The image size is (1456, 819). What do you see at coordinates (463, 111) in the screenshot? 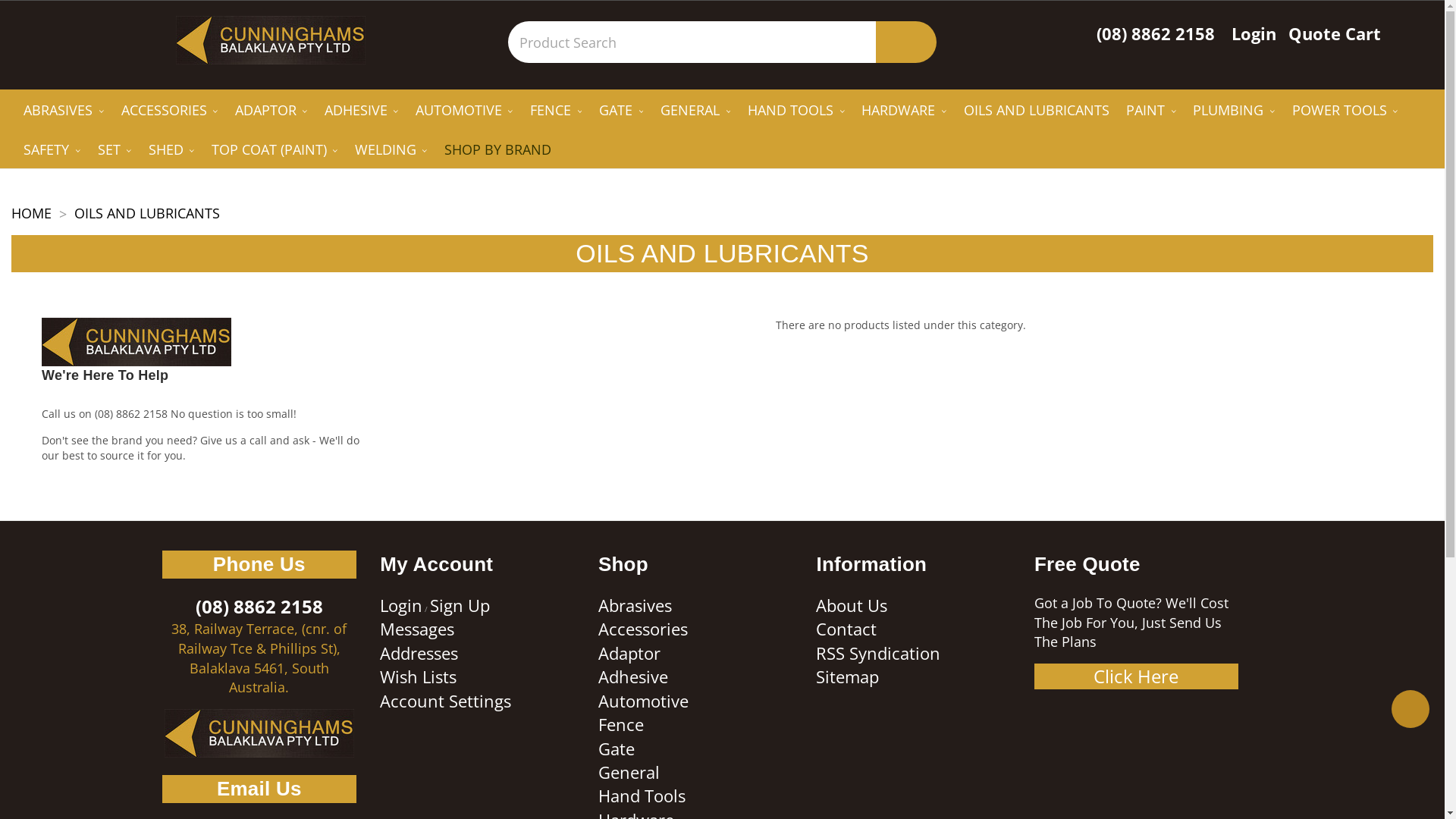
I see `'AUTOMOTIVE'` at bounding box center [463, 111].